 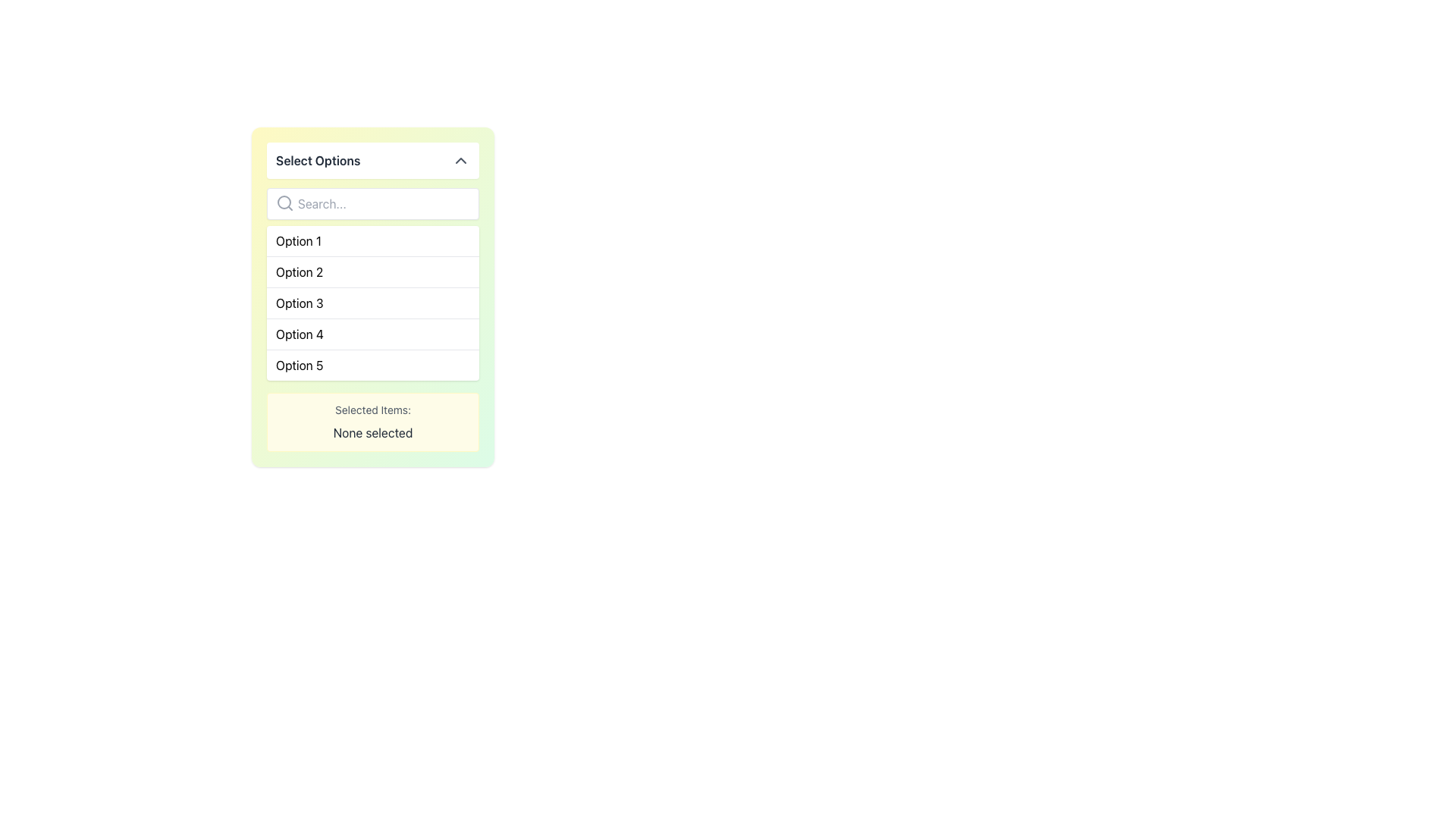 What do you see at coordinates (300, 366) in the screenshot?
I see `the fifth selectable option in the dropdown list, which is located below 'Option 4' and above 'Selected Items: None selected.'` at bounding box center [300, 366].